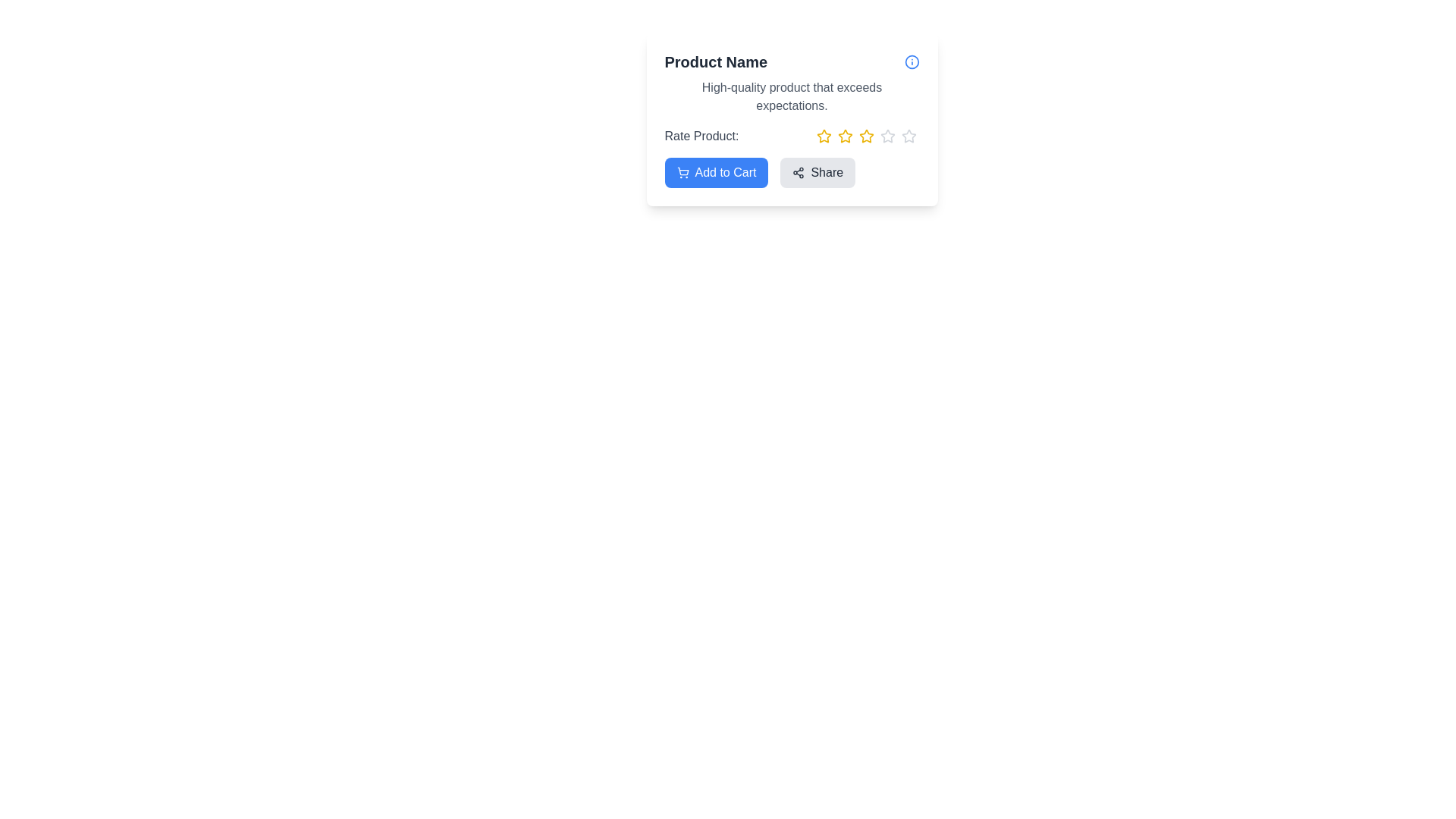  What do you see at coordinates (887, 136) in the screenshot?
I see `the product rating to 4 stars by clicking on the corresponding star` at bounding box center [887, 136].